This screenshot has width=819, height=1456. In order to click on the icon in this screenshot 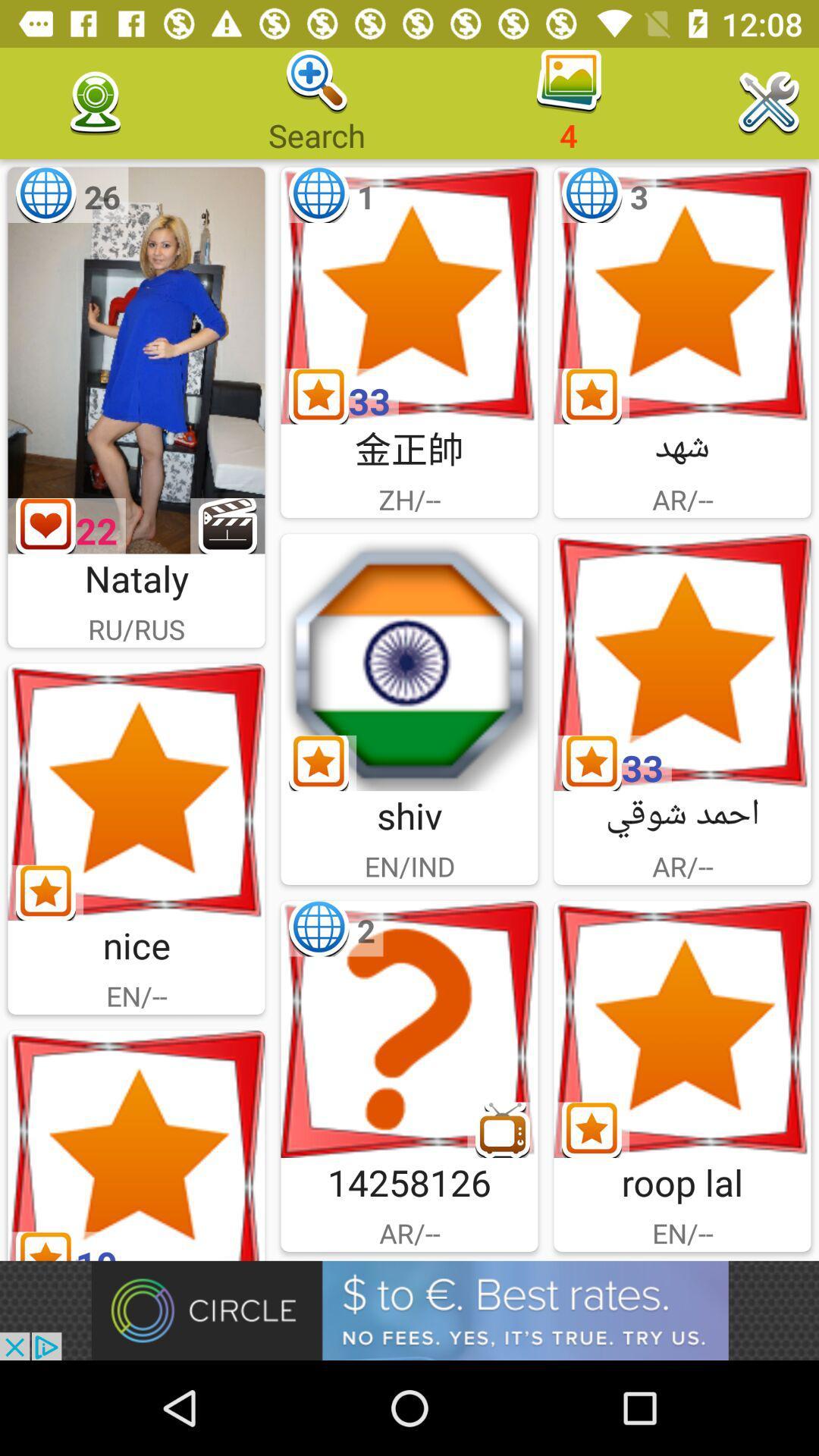, I will do `click(409, 1029)`.